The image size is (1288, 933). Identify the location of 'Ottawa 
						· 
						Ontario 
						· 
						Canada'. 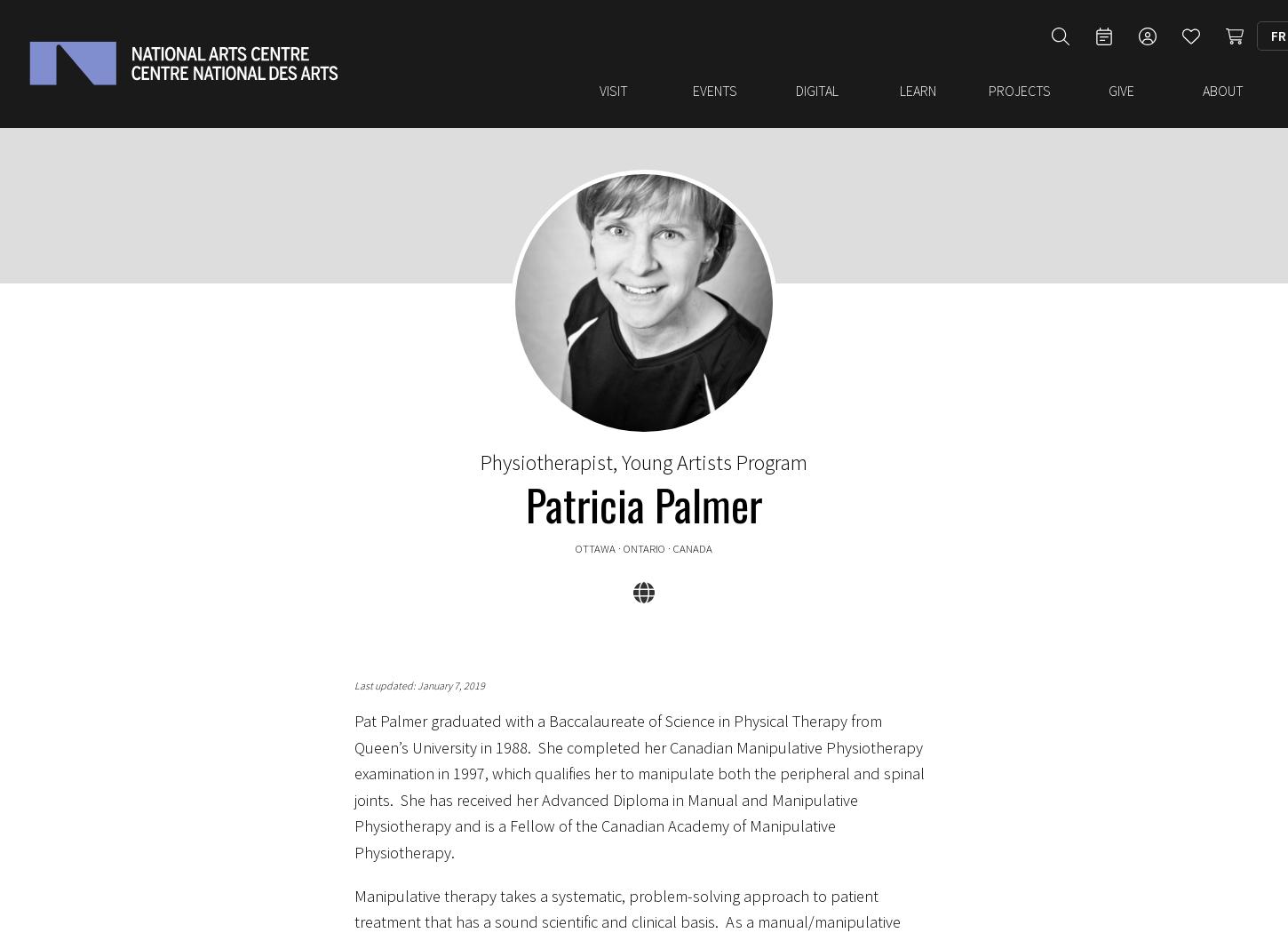
(644, 539).